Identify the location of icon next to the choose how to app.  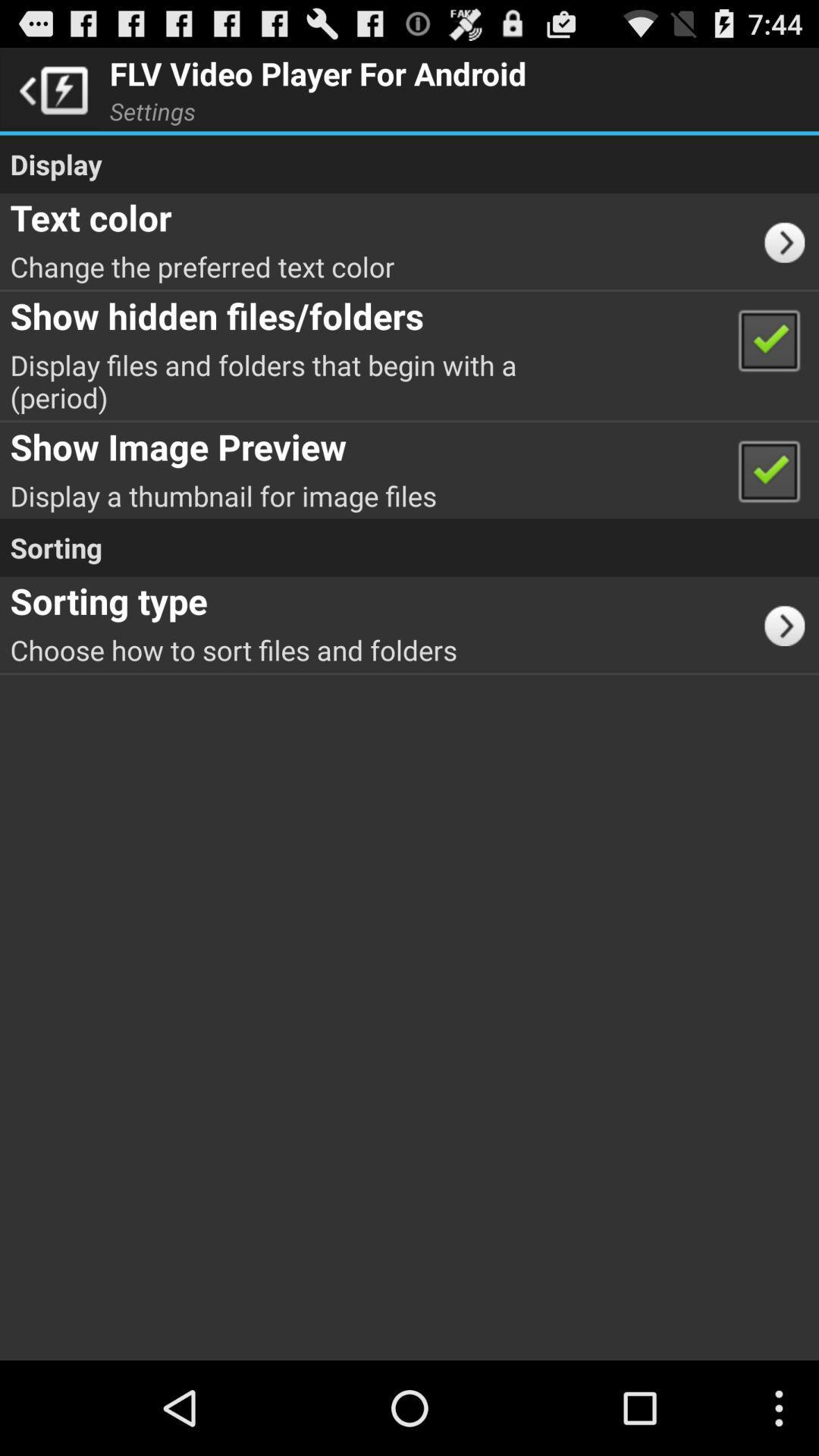
(789, 624).